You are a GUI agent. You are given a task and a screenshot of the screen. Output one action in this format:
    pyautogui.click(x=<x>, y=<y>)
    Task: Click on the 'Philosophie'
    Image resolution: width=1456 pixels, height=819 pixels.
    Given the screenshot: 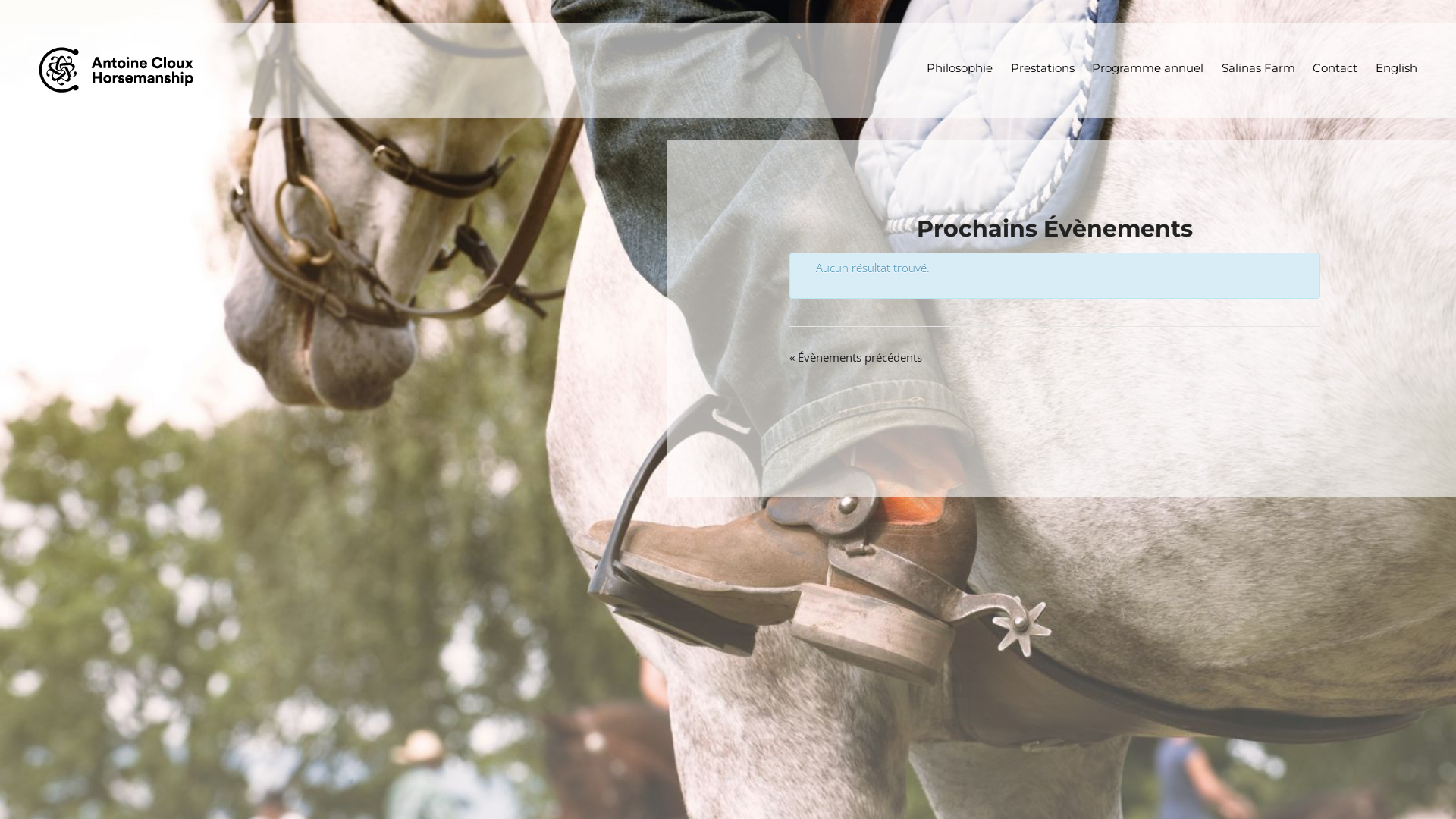 What is the action you would take?
    pyautogui.click(x=959, y=68)
    